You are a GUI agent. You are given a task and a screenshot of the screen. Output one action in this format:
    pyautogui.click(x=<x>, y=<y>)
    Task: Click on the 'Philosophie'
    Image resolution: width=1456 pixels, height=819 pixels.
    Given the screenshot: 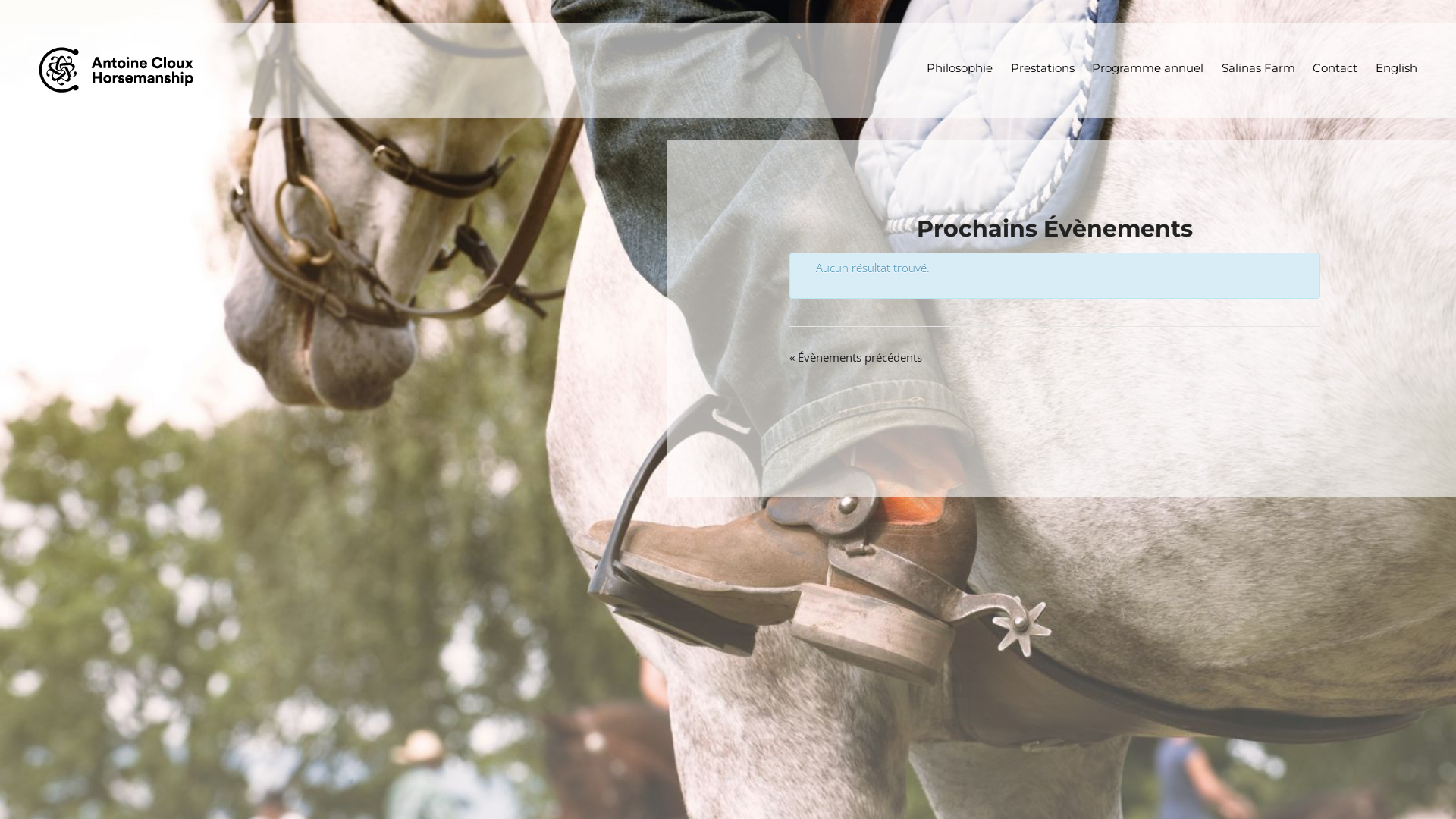 What is the action you would take?
    pyautogui.click(x=959, y=68)
    